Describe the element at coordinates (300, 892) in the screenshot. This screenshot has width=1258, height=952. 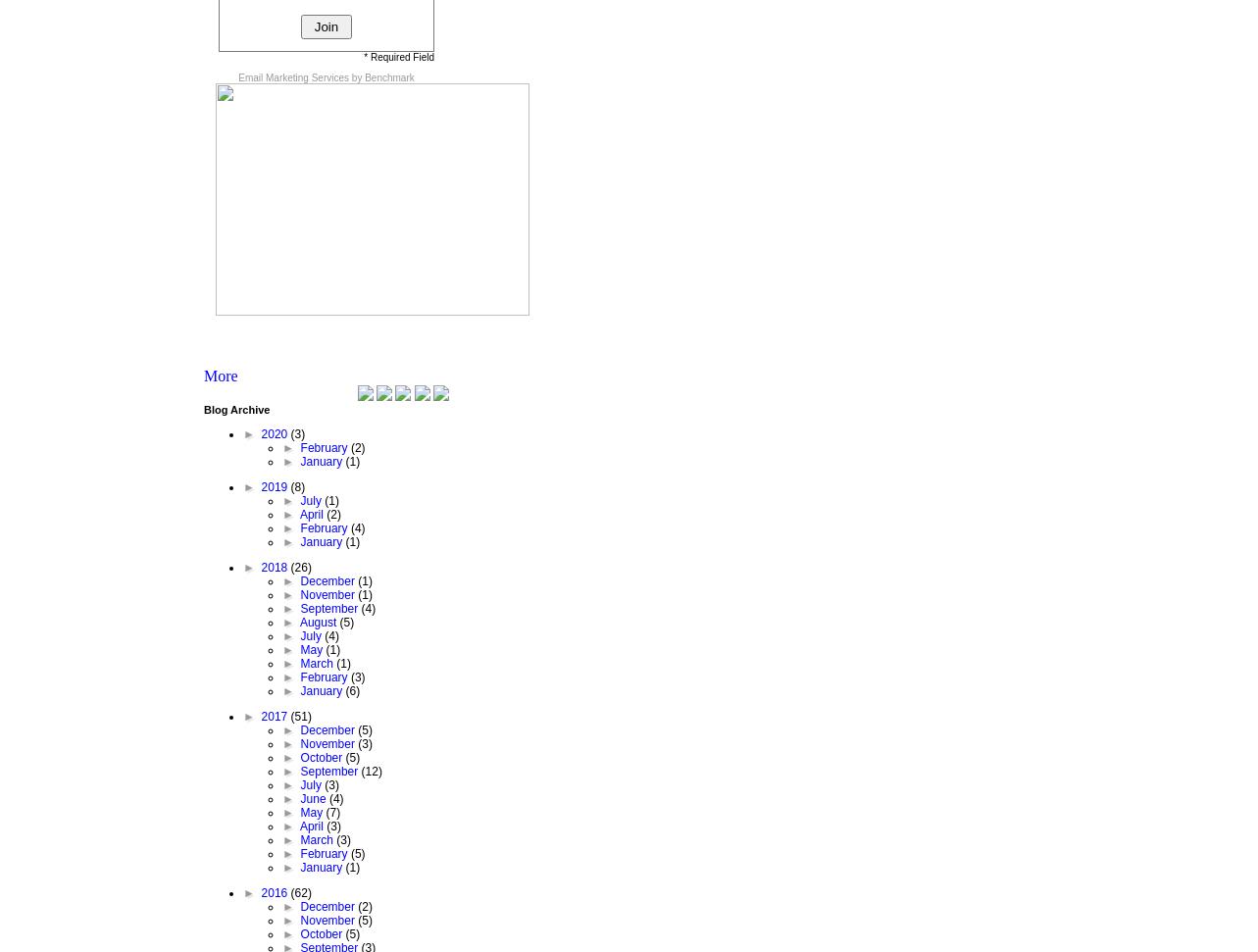
I see `'(62)'` at that location.